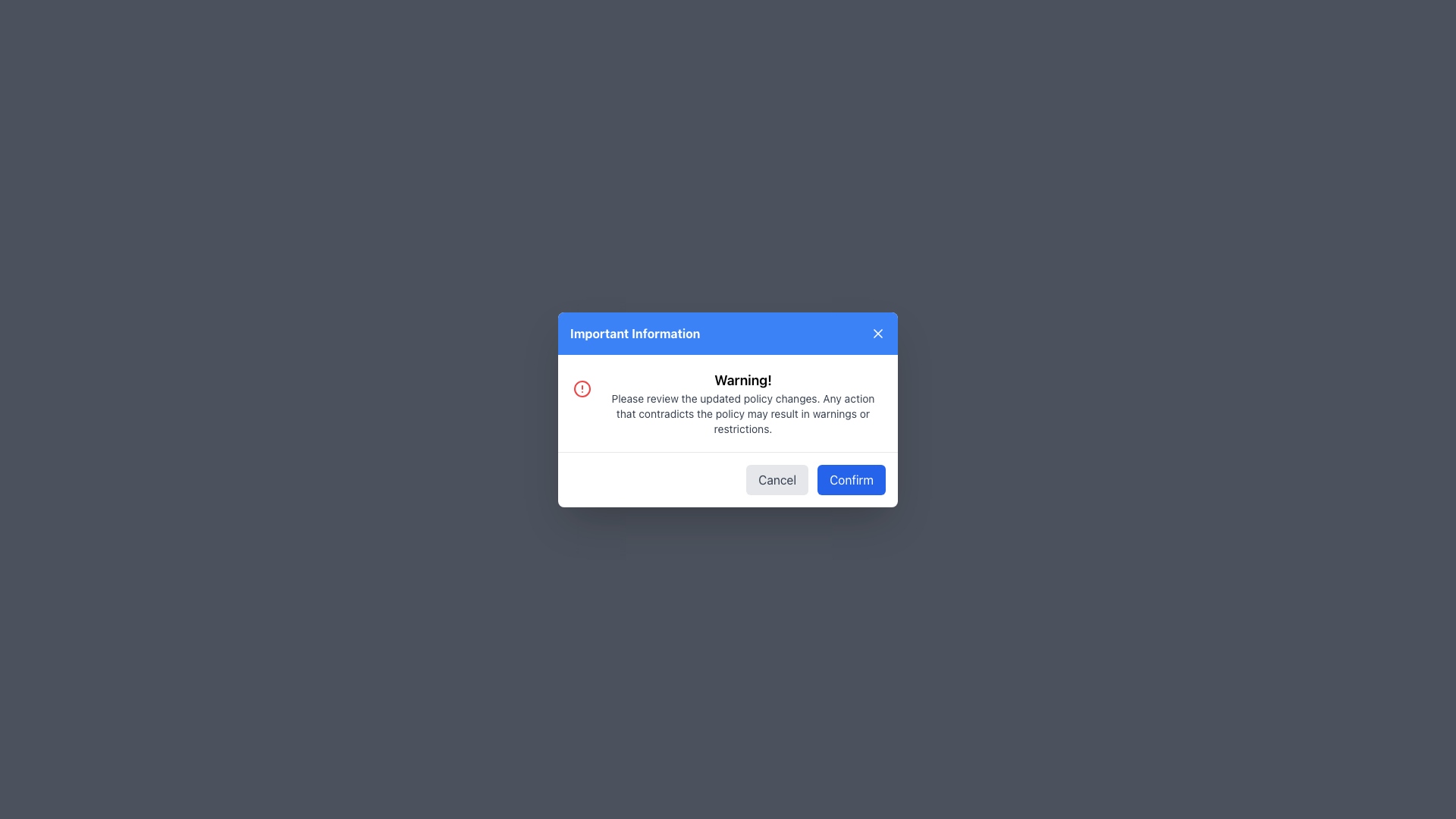  I want to click on multiline textual message explaining policy updates, located below the 'Warning!' header in the 'Important Information' dialog box, so click(742, 413).